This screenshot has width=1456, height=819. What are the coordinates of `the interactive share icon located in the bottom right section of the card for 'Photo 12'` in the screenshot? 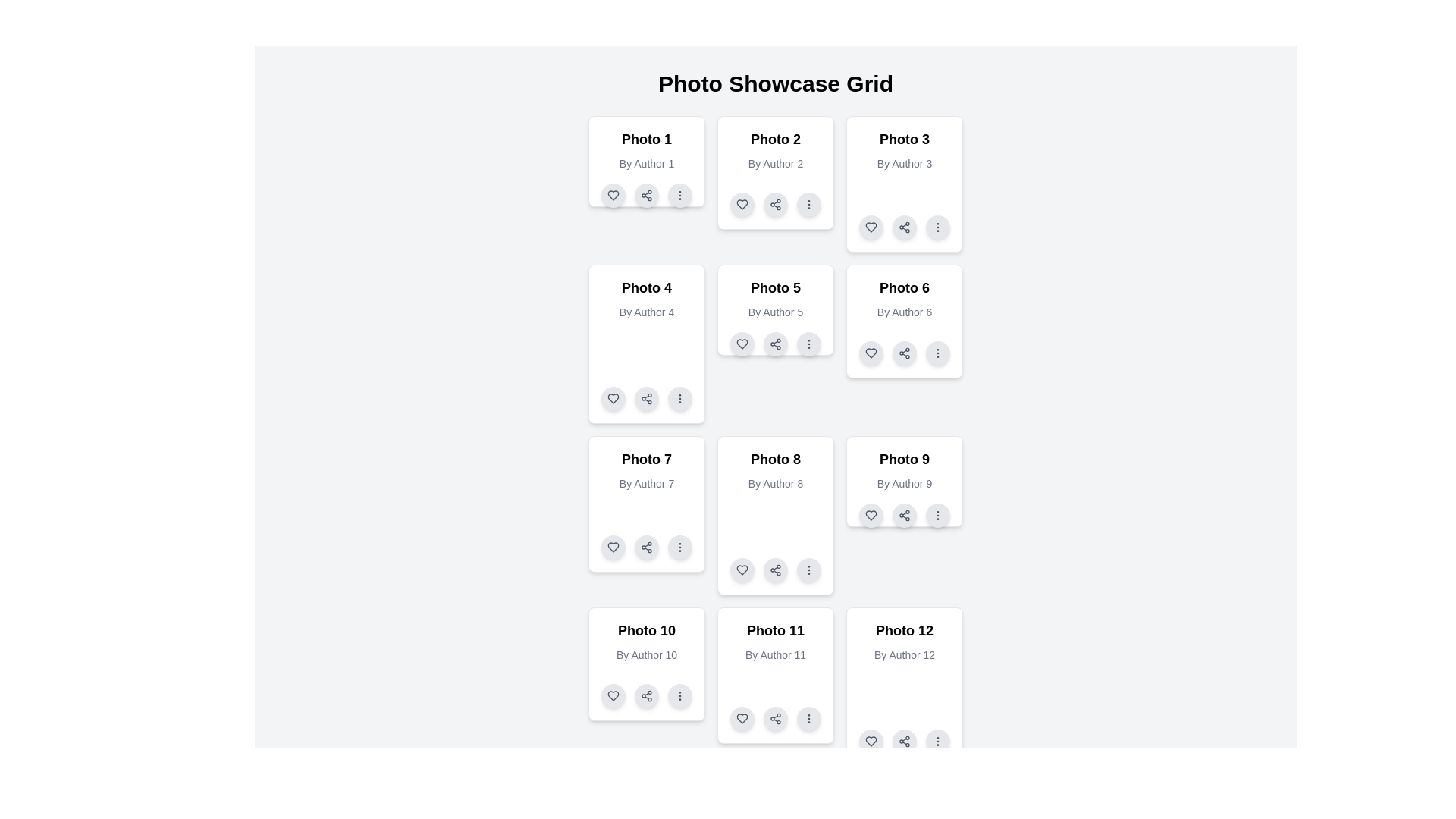 It's located at (905, 741).